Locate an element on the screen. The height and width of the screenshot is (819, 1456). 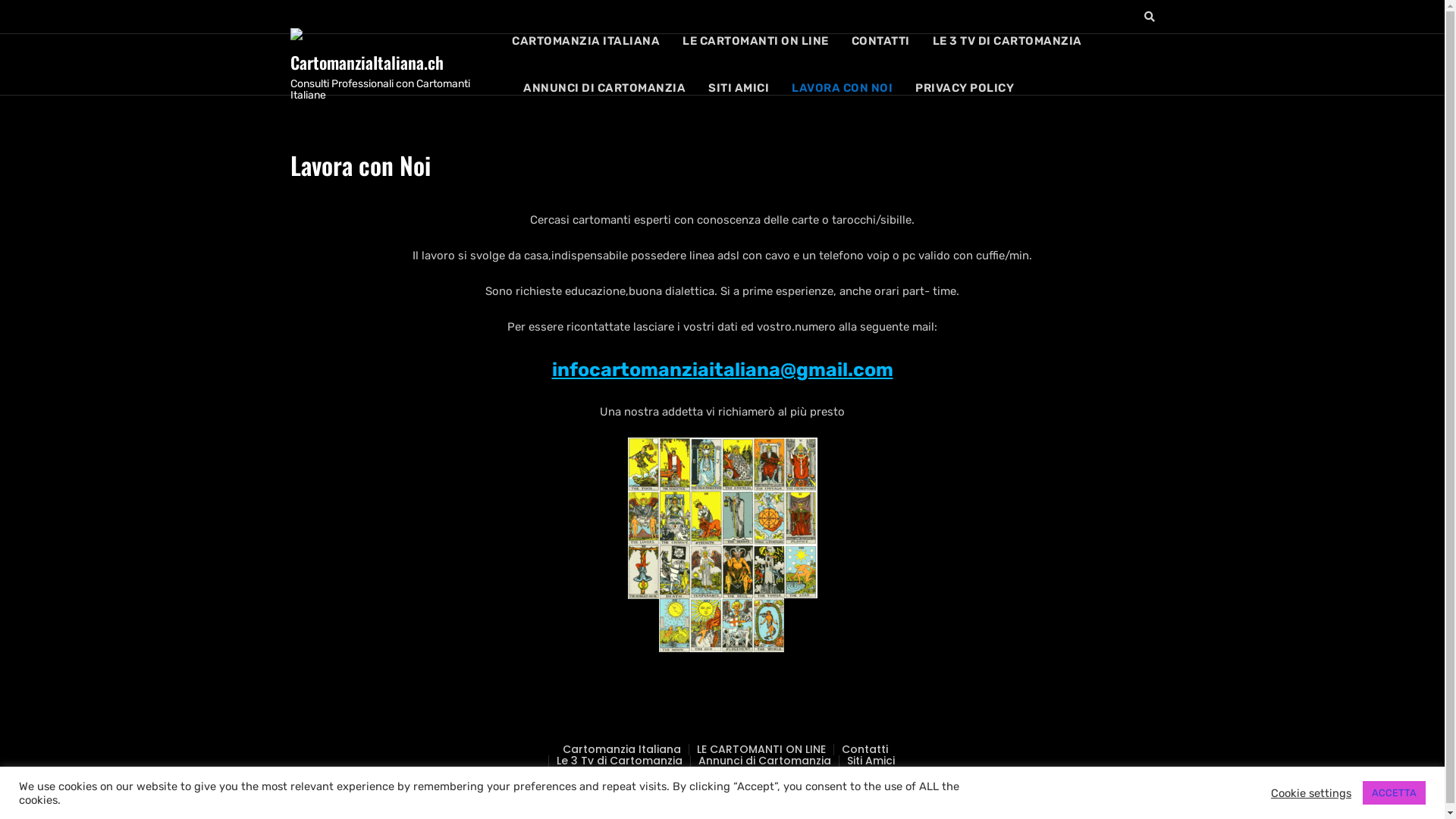
'Cookie settings' is located at coordinates (1310, 792).